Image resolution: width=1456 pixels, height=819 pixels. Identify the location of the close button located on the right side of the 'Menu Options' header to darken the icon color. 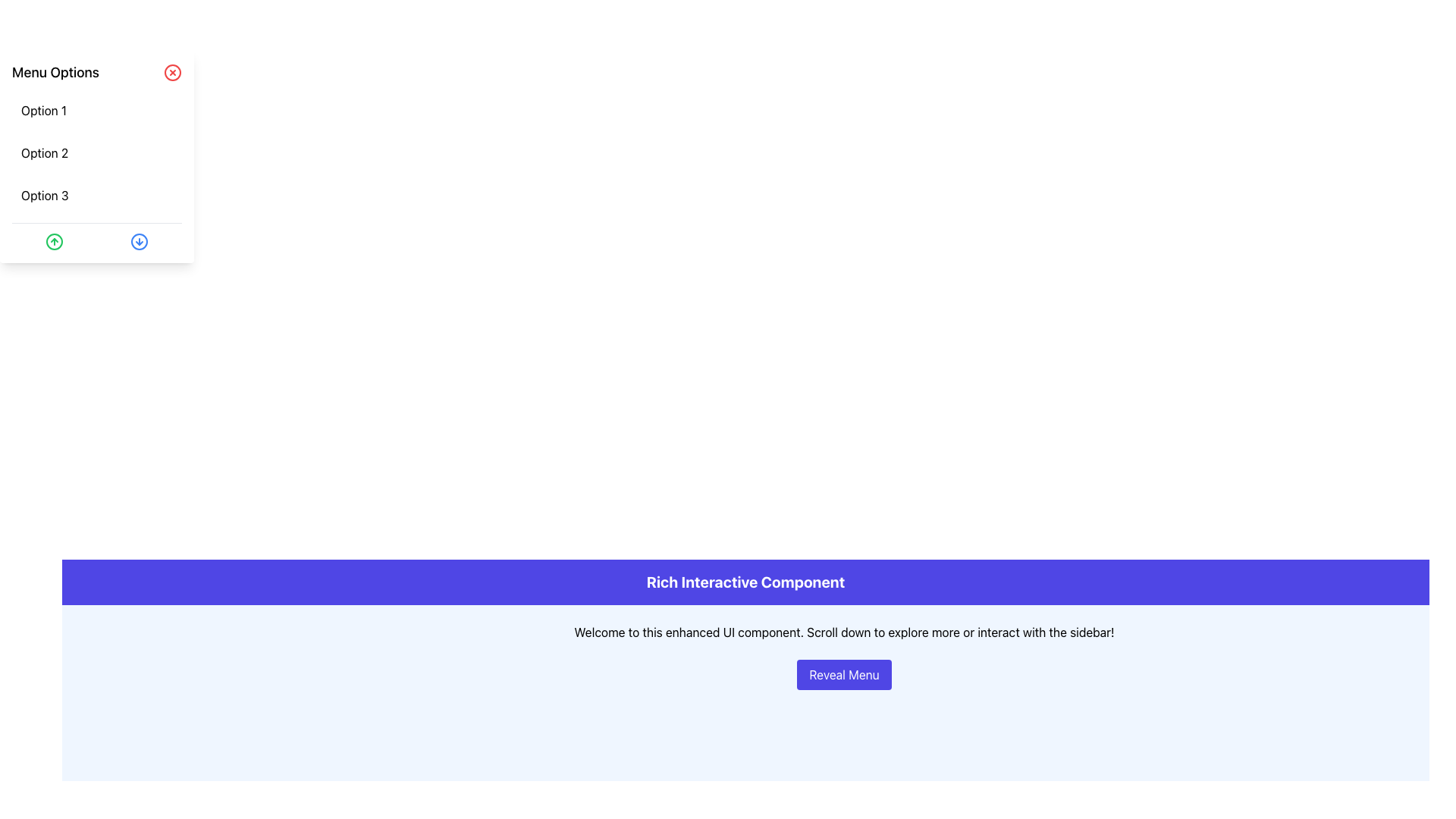
(172, 73).